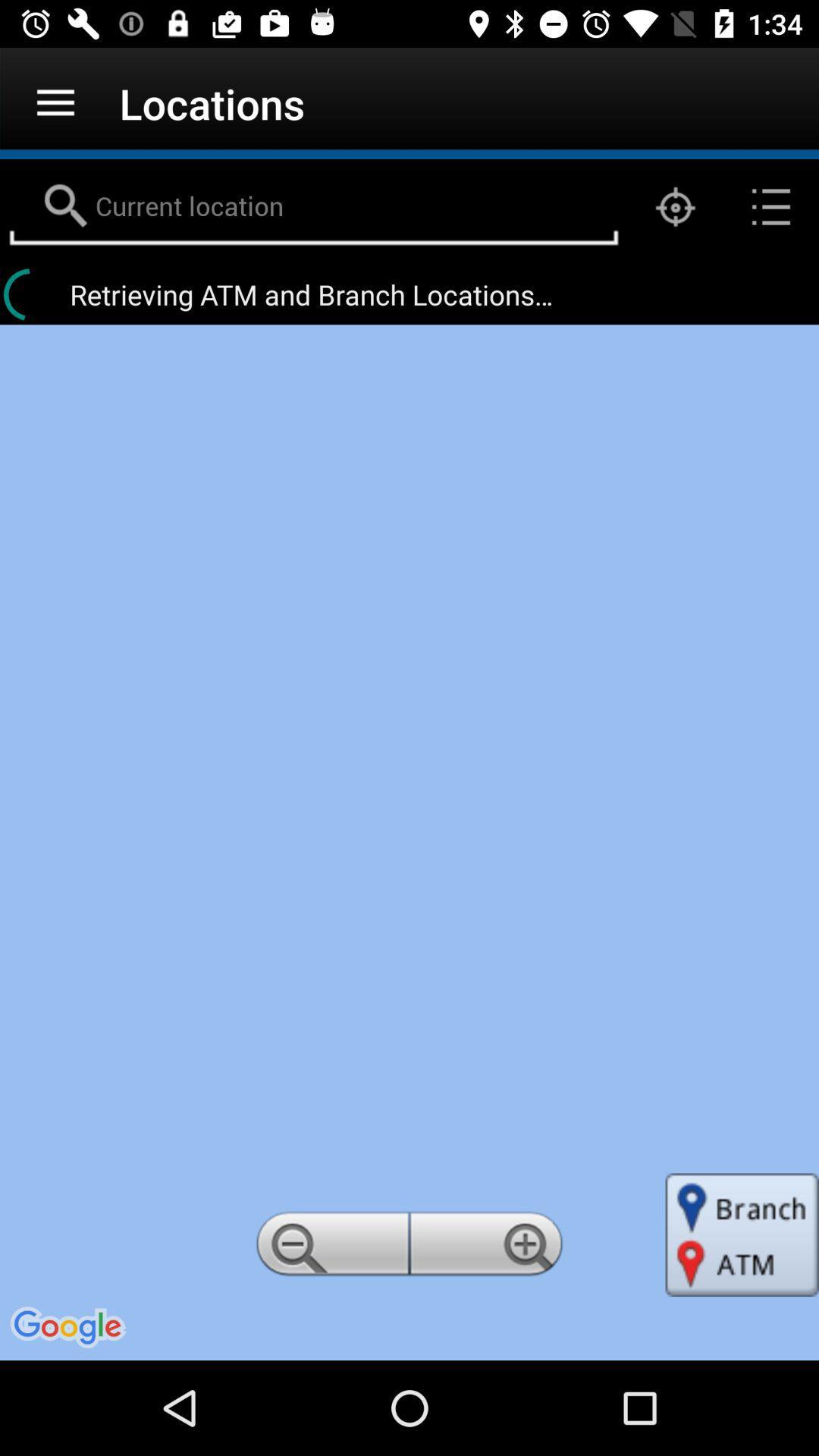 The width and height of the screenshot is (819, 1456). I want to click on the location_crosshair icon, so click(675, 206).